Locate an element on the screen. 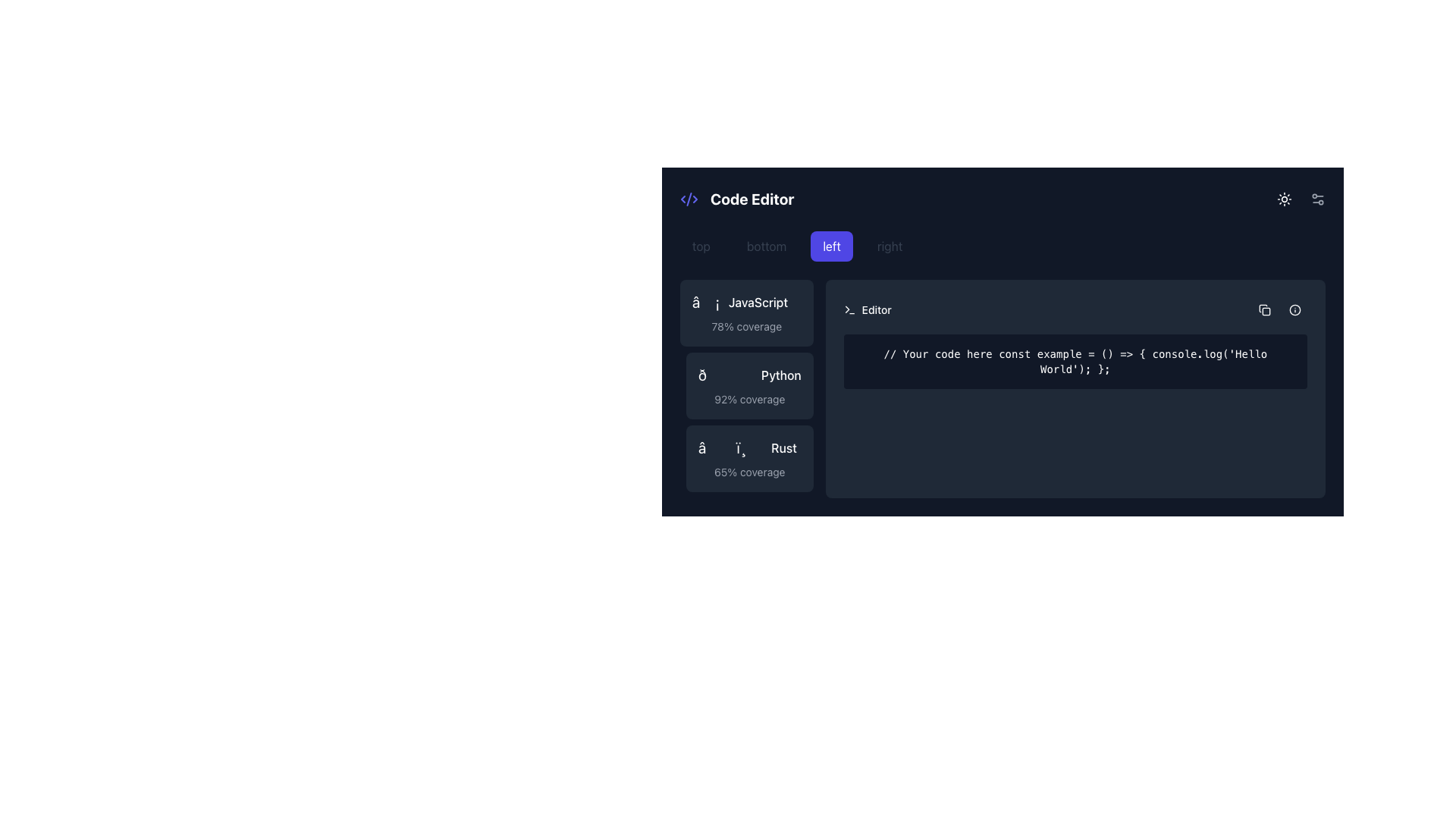  the circular information icon with an outlined 'i' inside it, located in the top-right corner of the Code Editor interface is located at coordinates (1294, 309).